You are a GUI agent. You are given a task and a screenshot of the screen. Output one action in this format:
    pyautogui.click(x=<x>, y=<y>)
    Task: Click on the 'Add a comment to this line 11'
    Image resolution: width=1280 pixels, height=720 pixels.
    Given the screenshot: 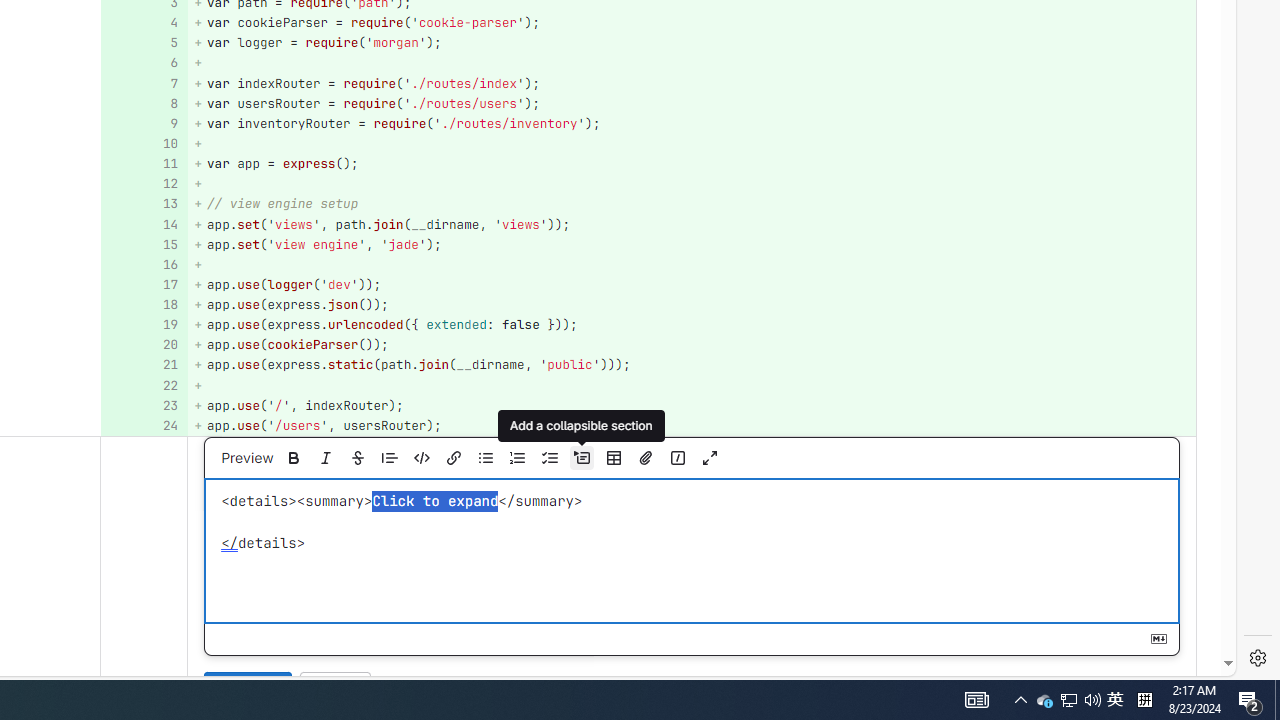 What is the action you would take?
    pyautogui.click(x=143, y=163)
    